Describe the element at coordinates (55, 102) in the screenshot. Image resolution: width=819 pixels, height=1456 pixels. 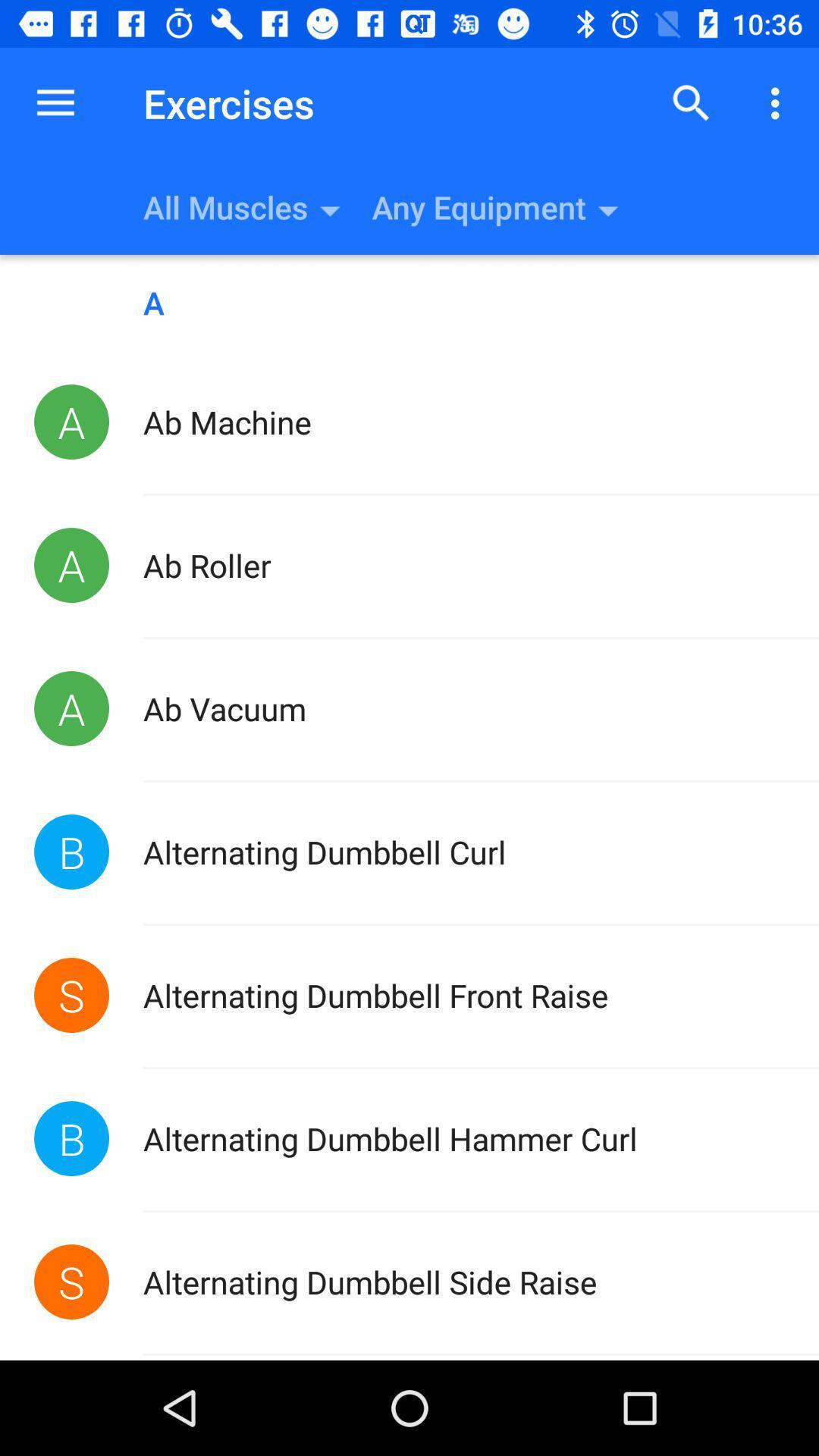
I see `the item next to the exercises` at that location.